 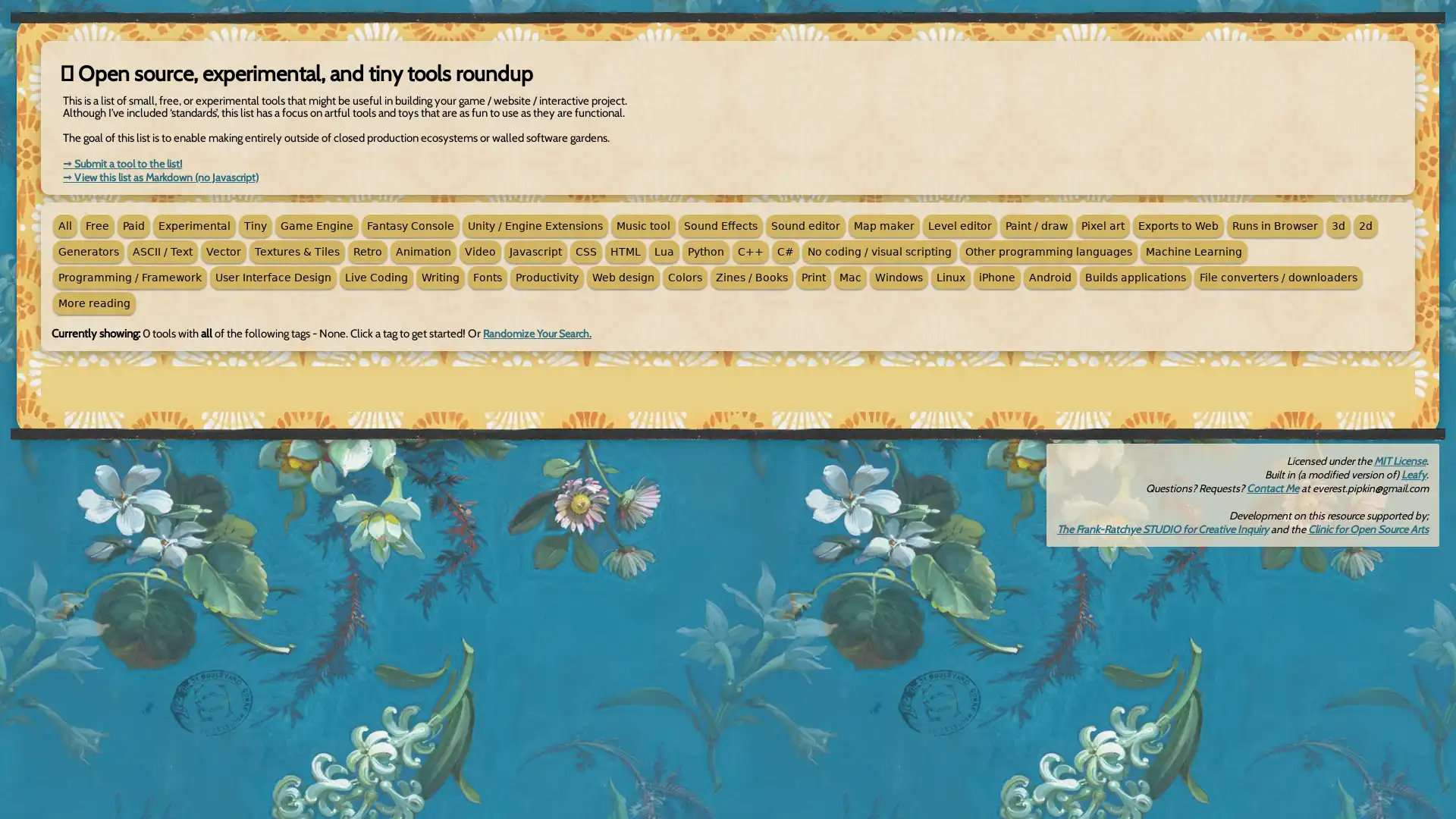 I want to click on Windows, so click(x=899, y=278).